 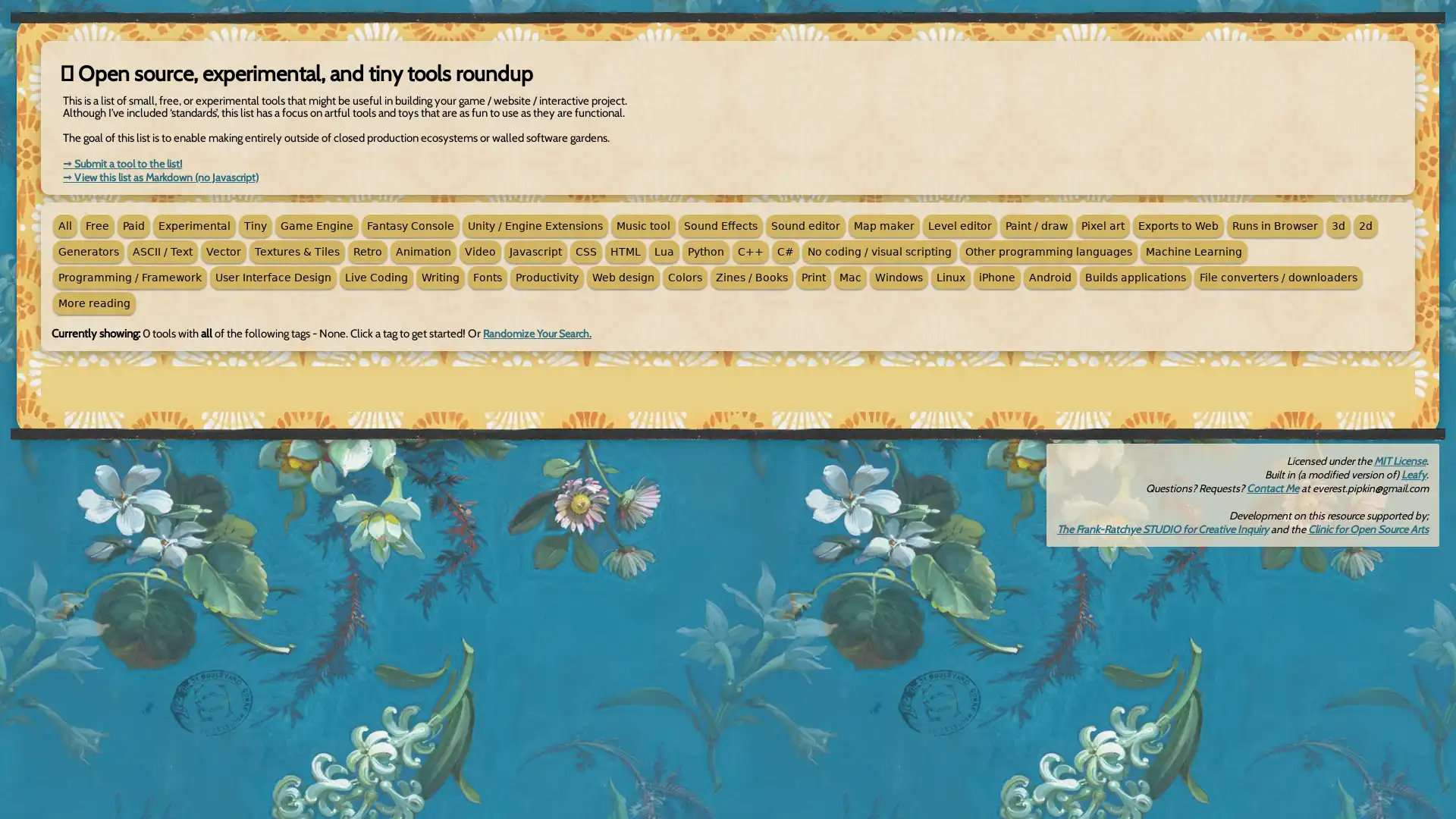 I want to click on Windows, so click(x=899, y=278).